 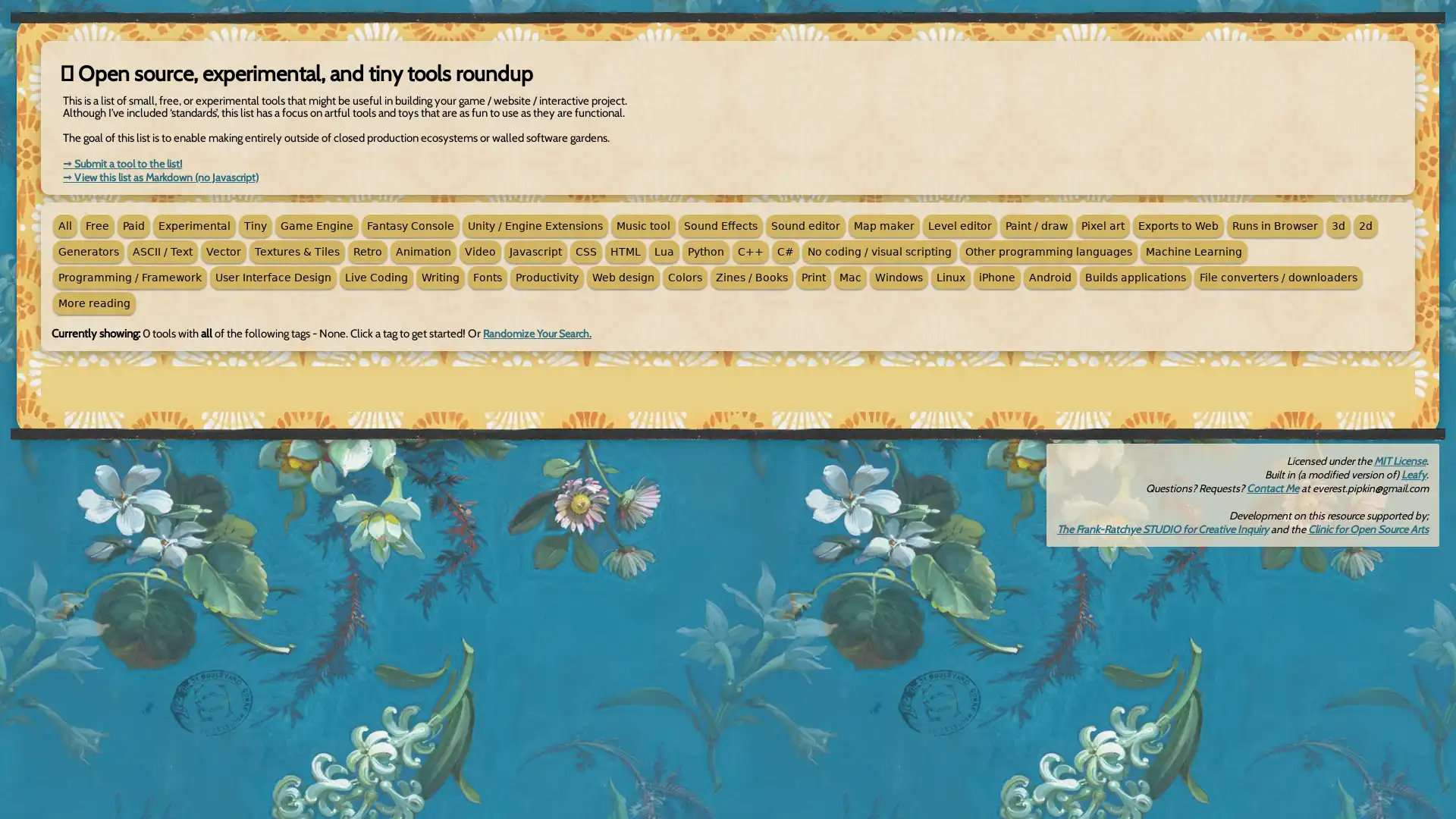 I want to click on Windows, so click(x=899, y=278).